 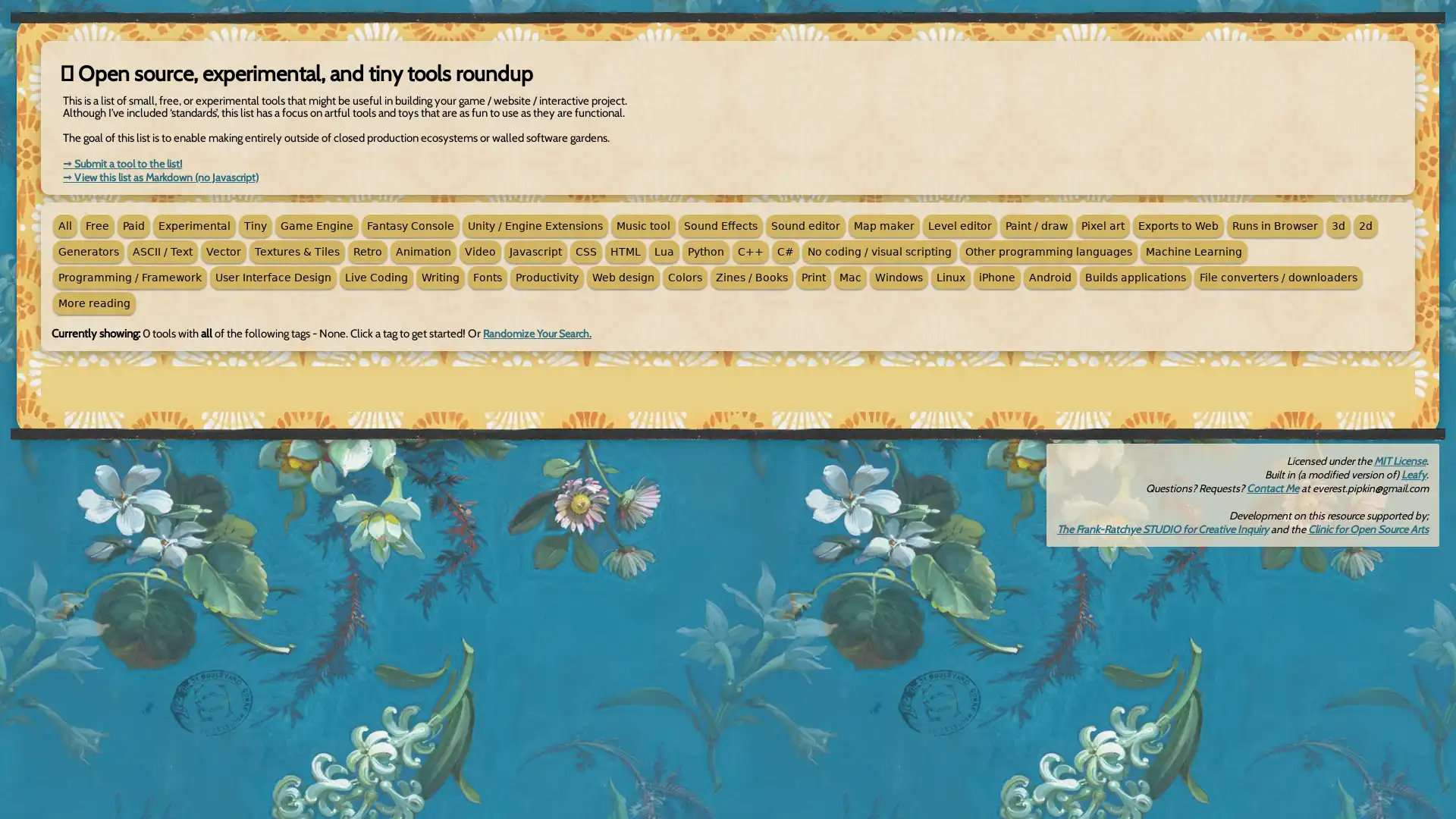 I want to click on Windows, so click(x=899, y=278).